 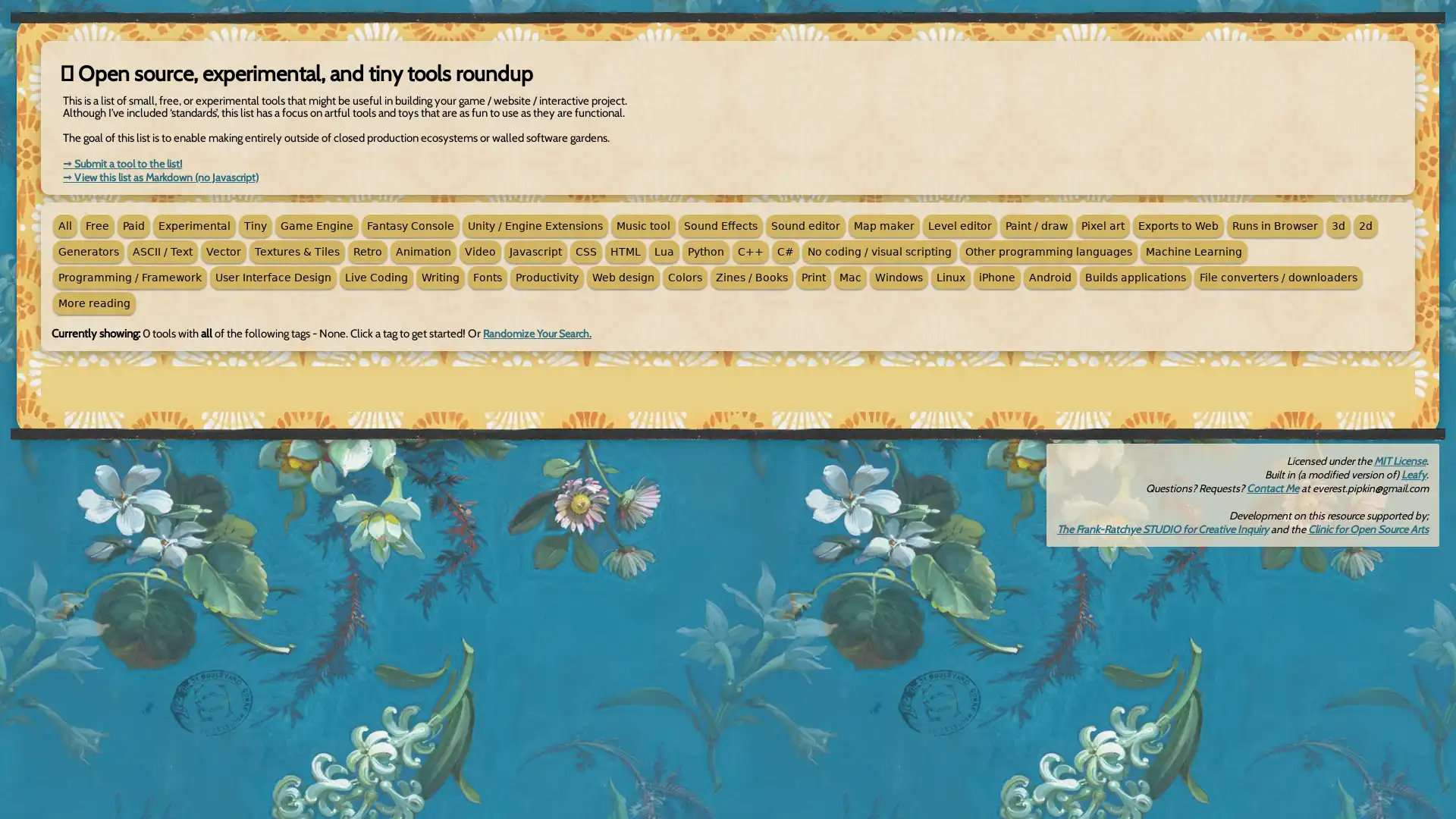 I want to click on Windows, so click(x=899, y=278).